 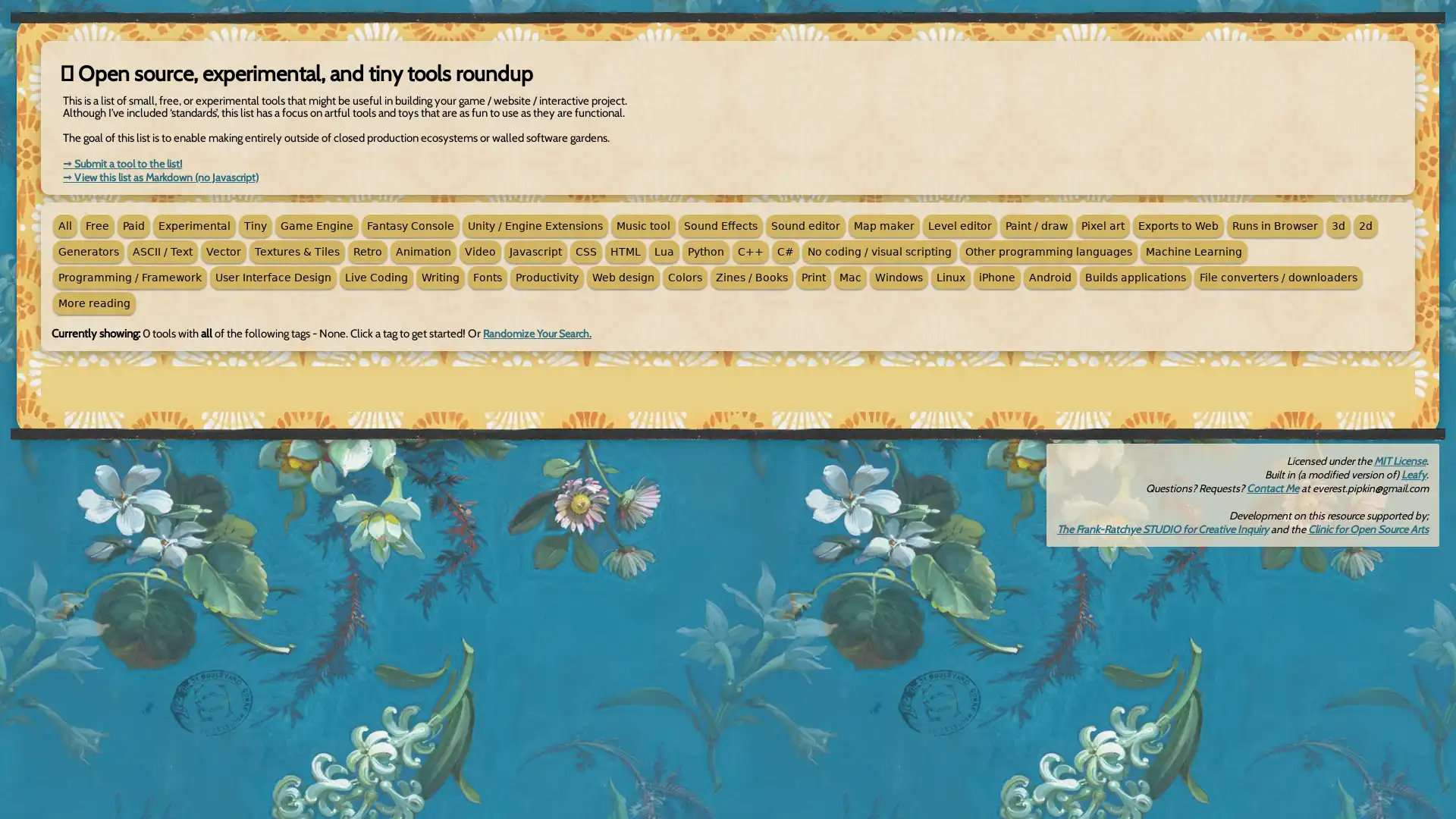 I want to click on Windows, so click(x=899, y=278).